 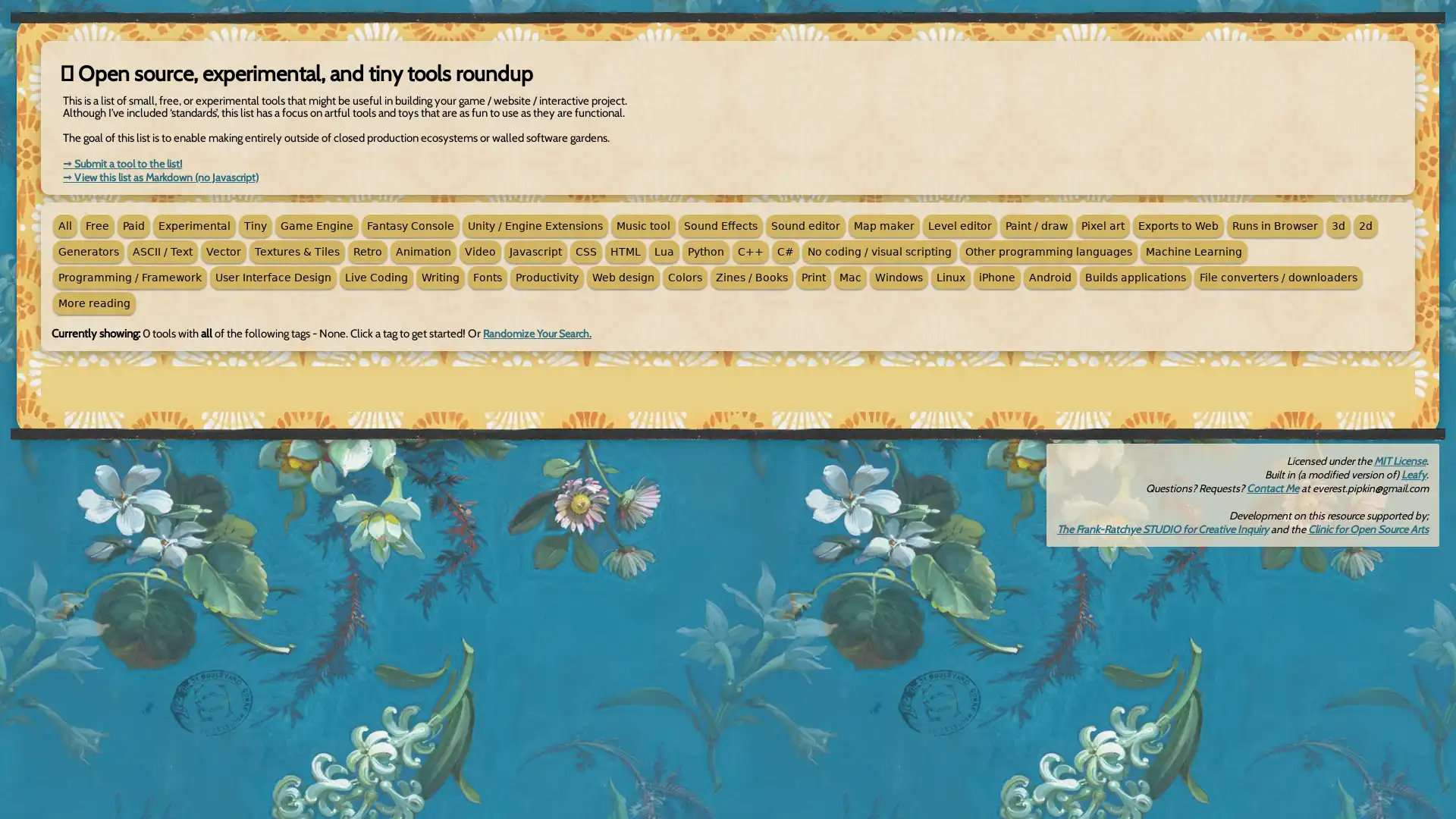 I want to click on Windows, so click(x=899, y=278).